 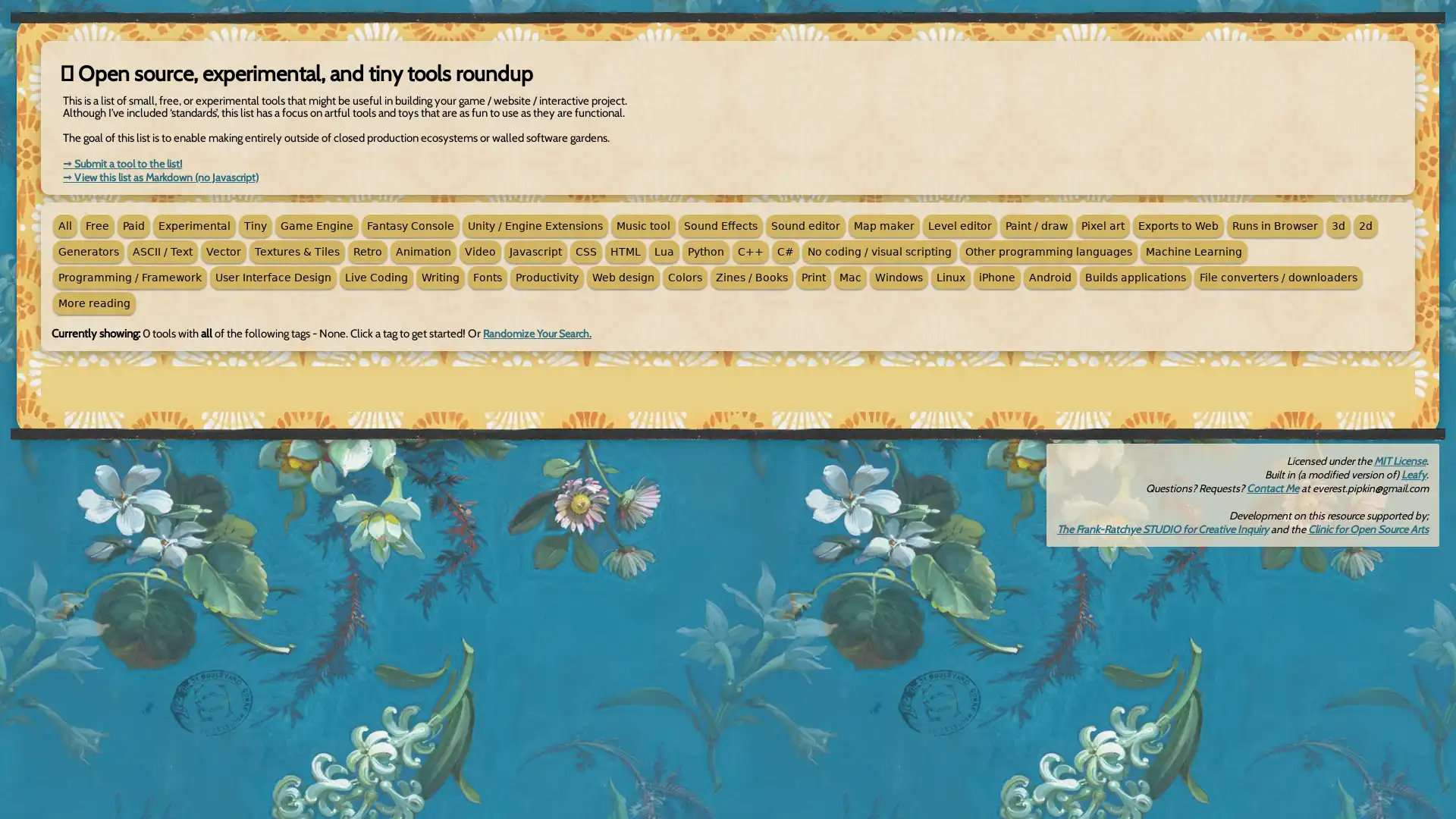 I want to click on Windows, so click(x=899, y=278).